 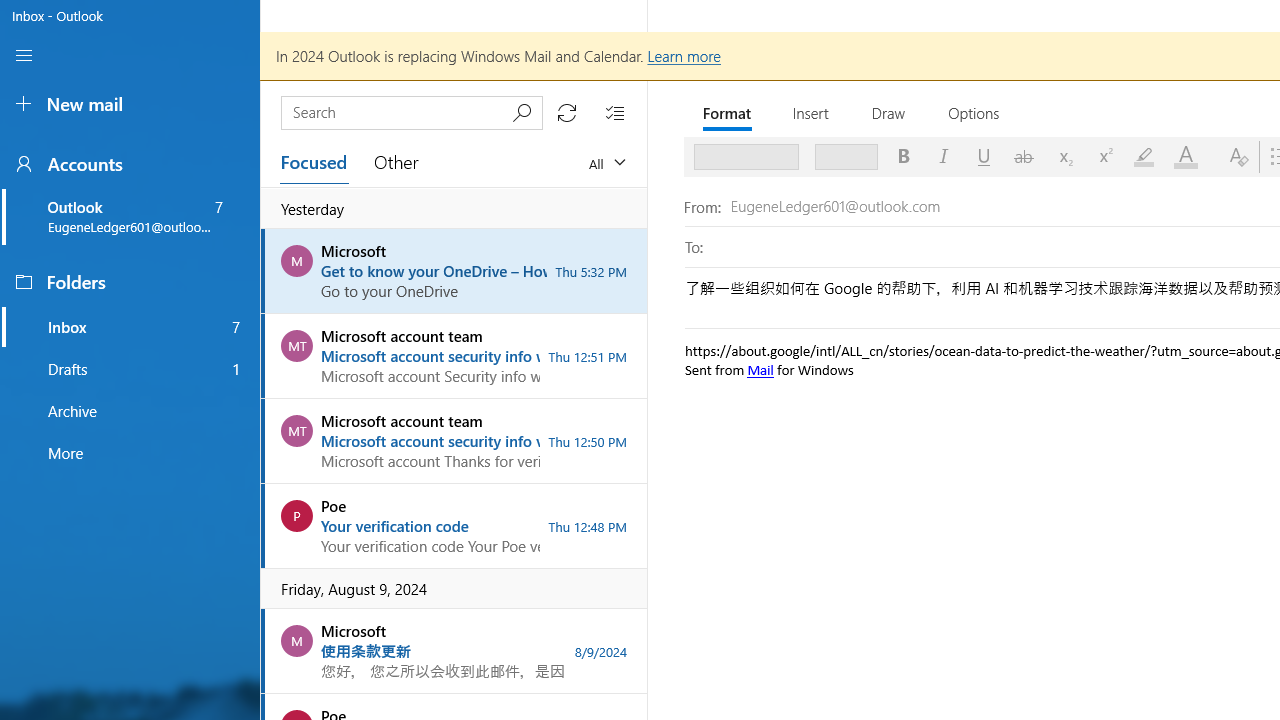 What do you see at coordinates (128, 410) in the screenshot?
I see `'Archive folder, favorite'` at bounding box center [128, 410].